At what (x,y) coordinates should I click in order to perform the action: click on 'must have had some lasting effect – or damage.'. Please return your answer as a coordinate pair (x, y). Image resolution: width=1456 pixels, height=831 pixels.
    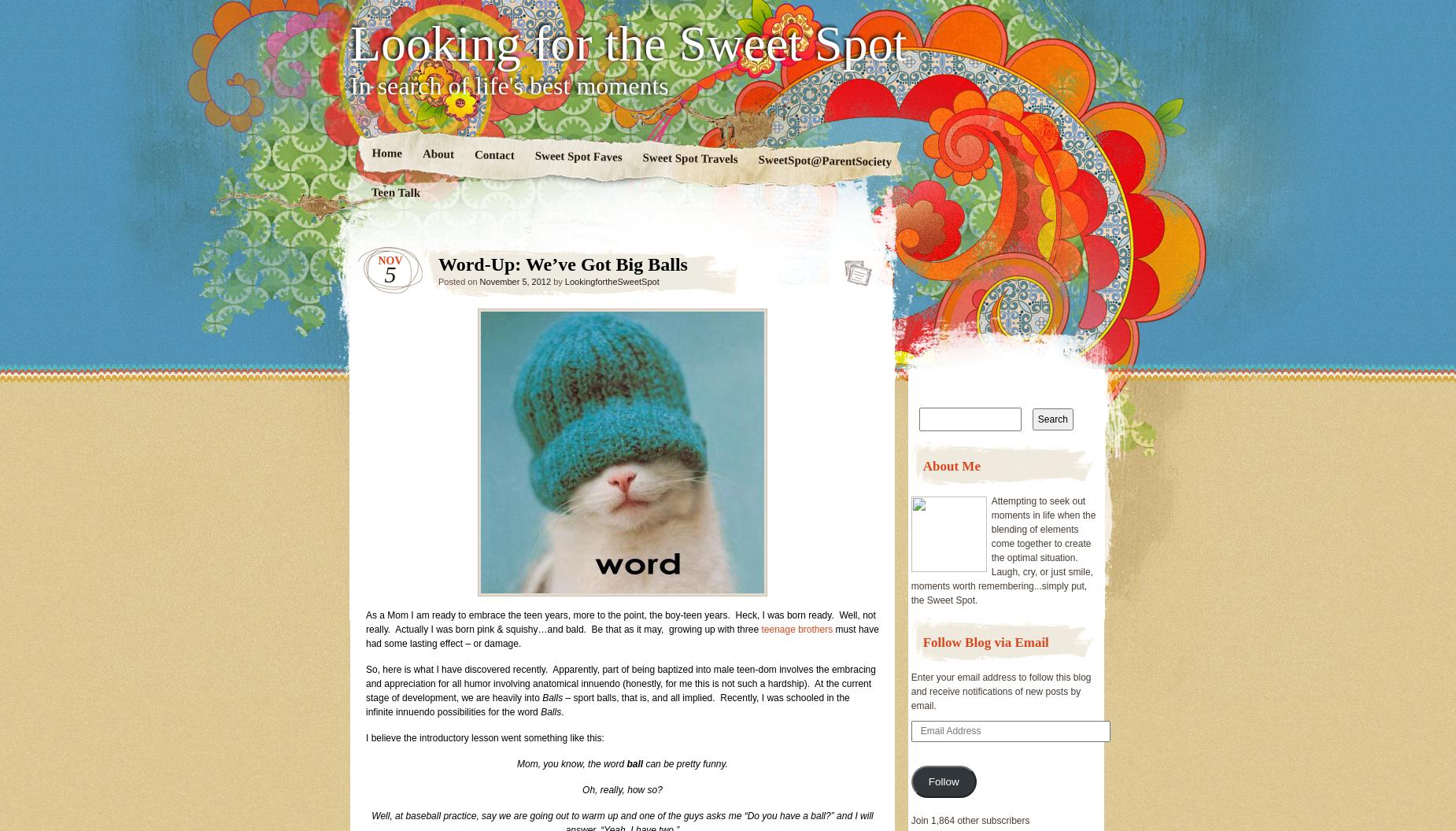
    Looking at the image, I should click on (622, 637).